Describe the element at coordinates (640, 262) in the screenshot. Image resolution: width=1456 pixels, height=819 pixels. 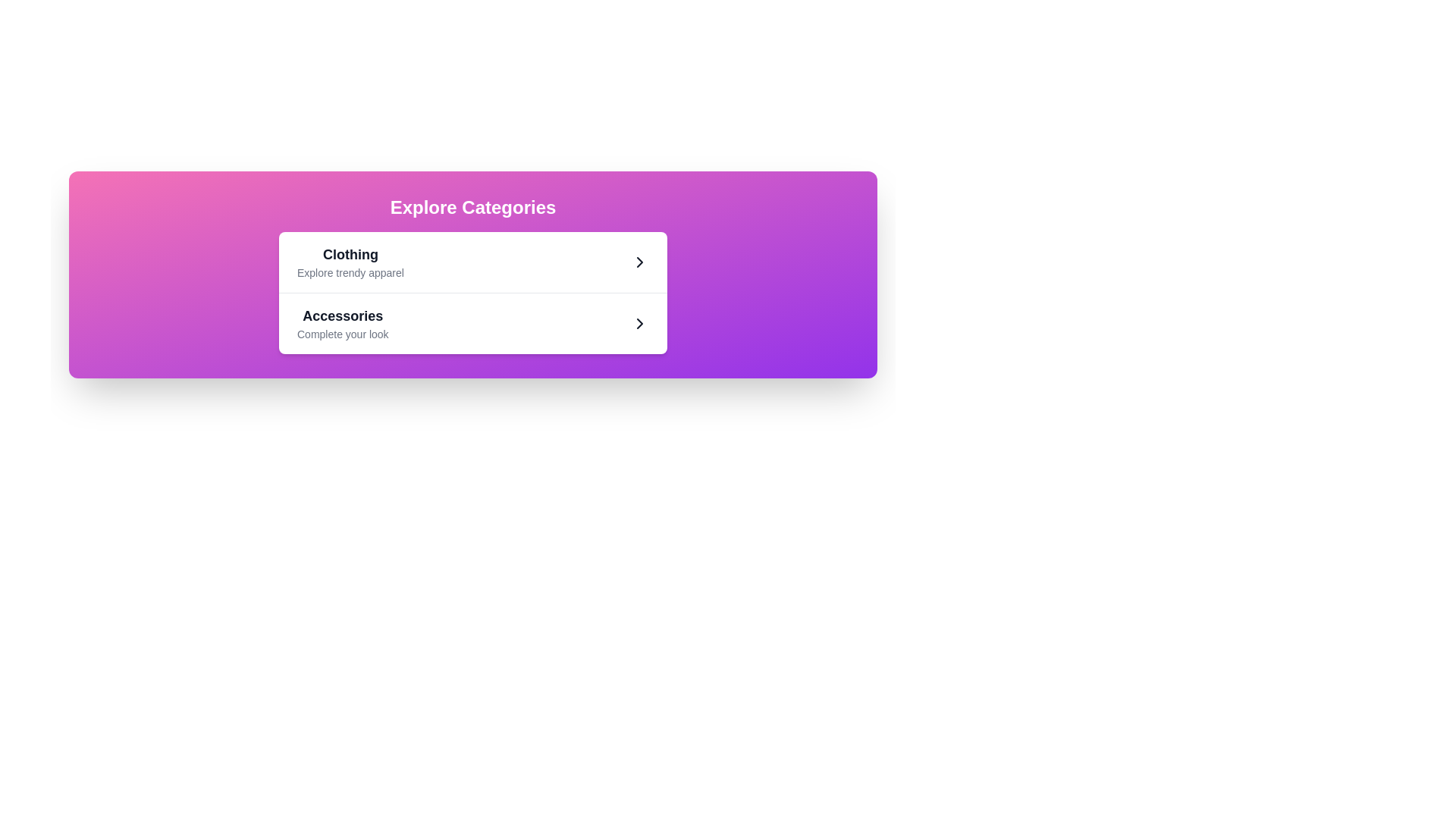
I see `the status of the icon located at the right end of the 'Clothing' list item, which indicates navigation or interaction for exploring trendy apparel` at that location.